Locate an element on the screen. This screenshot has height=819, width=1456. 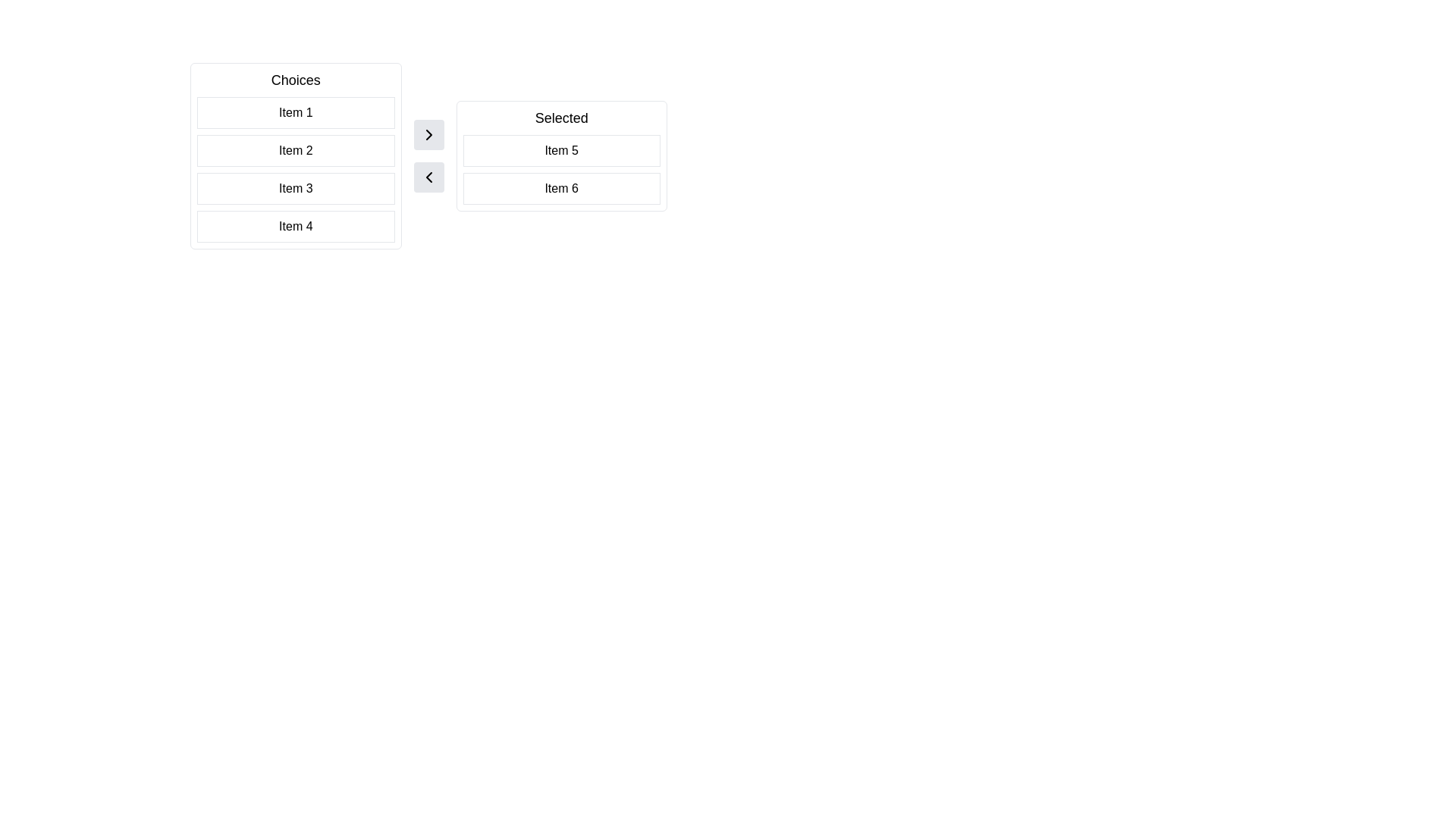
the selectable box containing the text 'Item 5', which is the first item in a vertically stacked list in the 'Selected' section is located at coordinates (560, 151).